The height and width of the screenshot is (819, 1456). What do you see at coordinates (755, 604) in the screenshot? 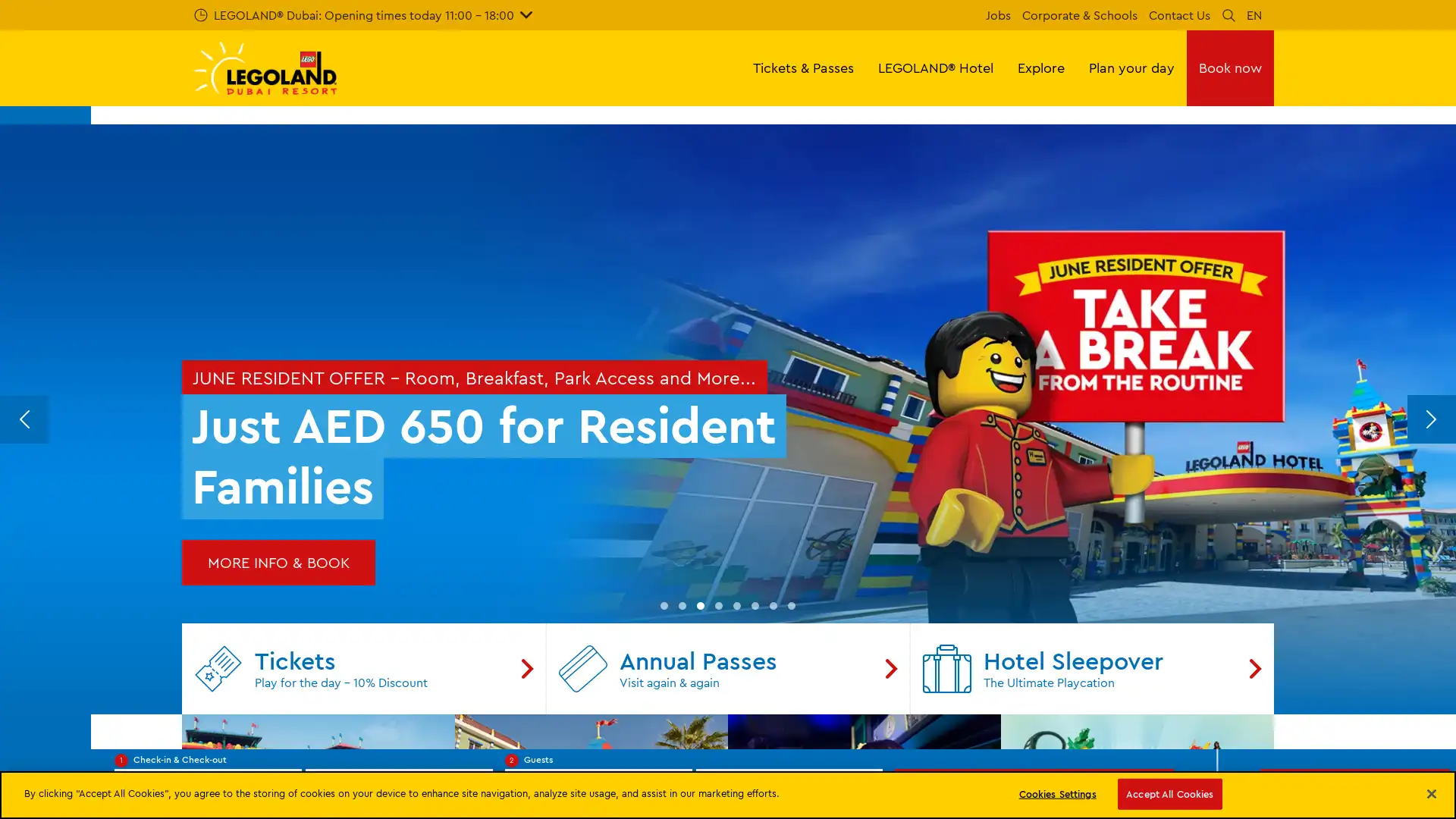
I see `Go to slide 6` at bounding box center [755, 604].